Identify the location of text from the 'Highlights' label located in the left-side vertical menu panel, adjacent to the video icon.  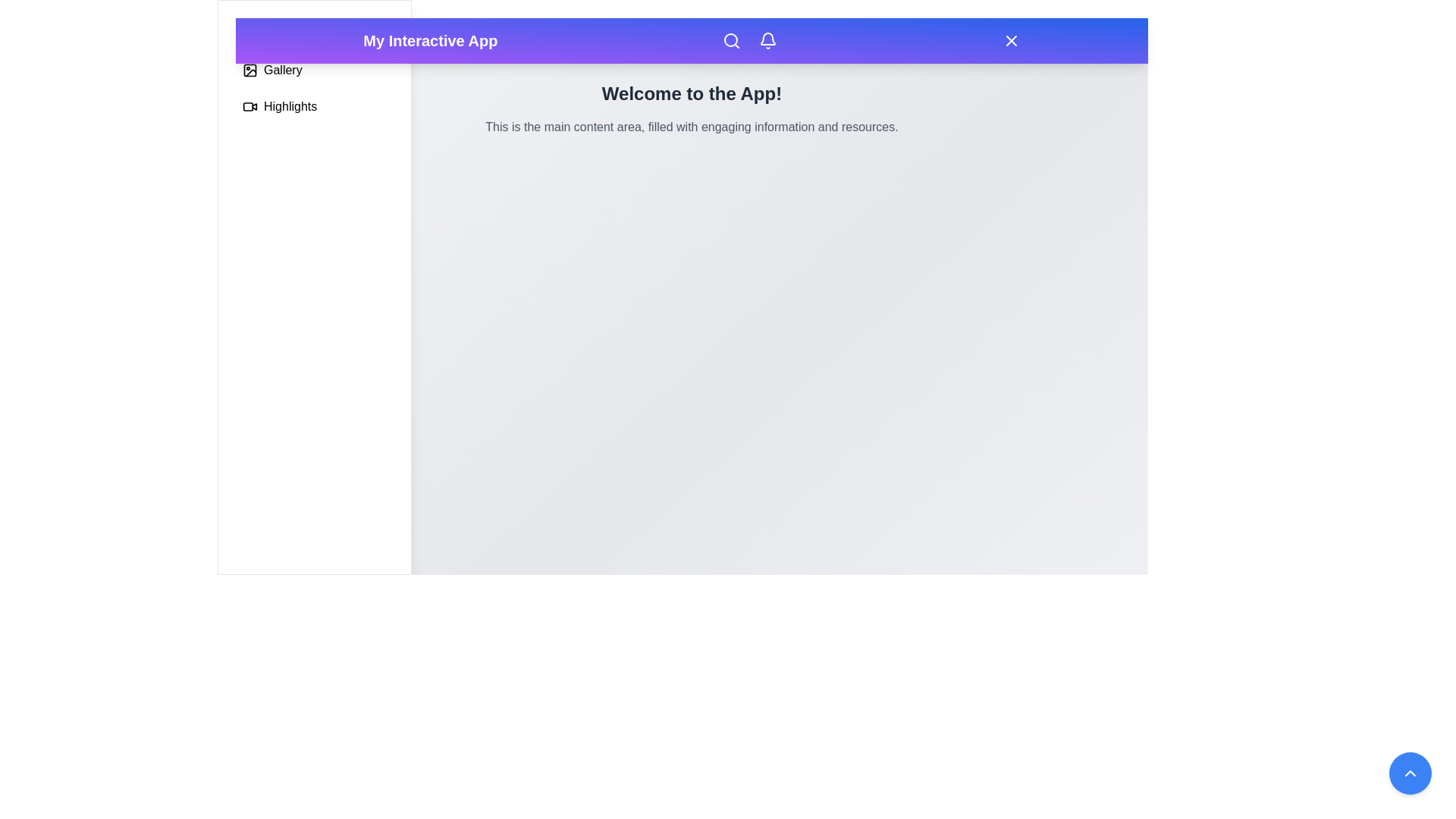
(290, 106).